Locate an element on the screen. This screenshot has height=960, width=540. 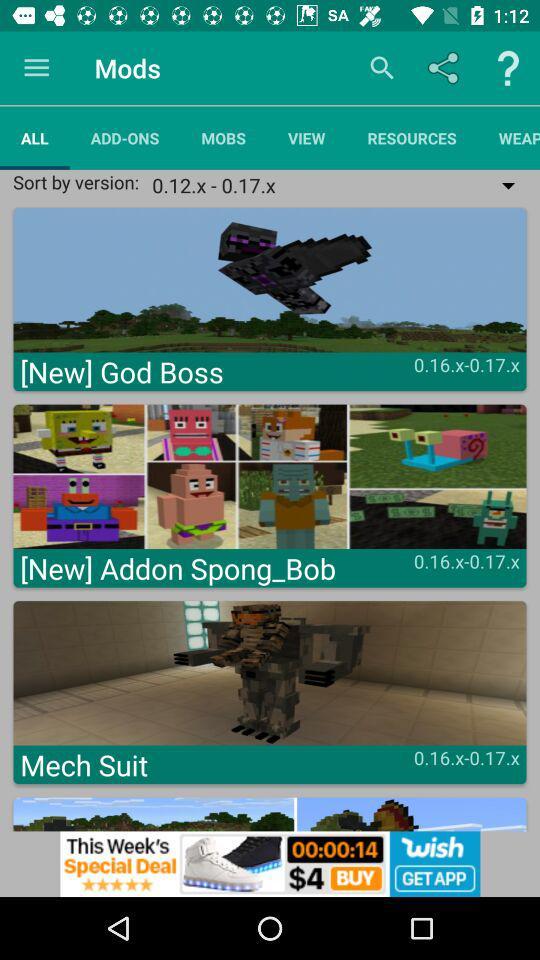
help is located at coordinates (508, 68).